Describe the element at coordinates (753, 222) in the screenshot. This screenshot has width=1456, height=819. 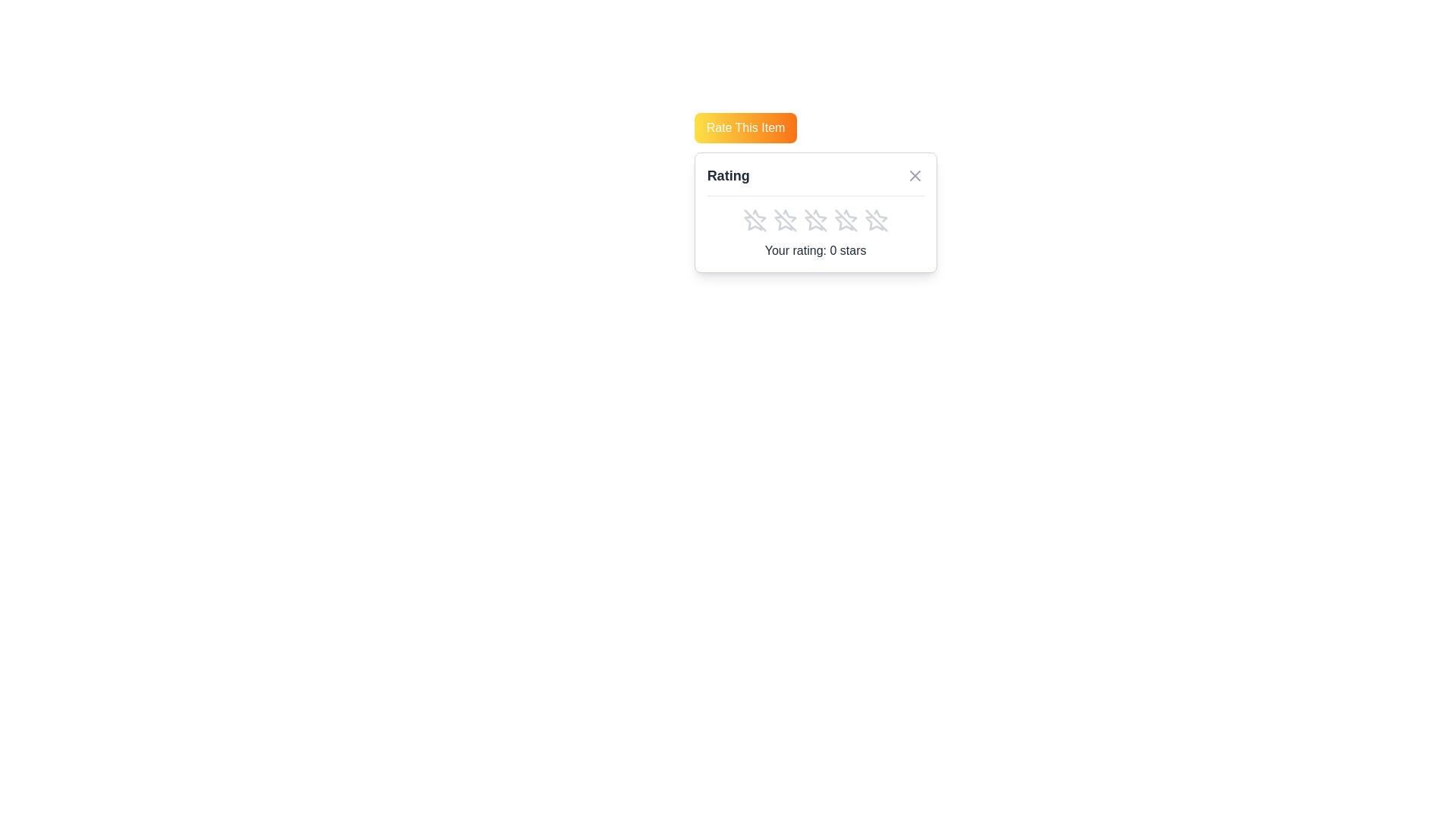
I see `the first star icon in the star rating system to rate the item` at that location.